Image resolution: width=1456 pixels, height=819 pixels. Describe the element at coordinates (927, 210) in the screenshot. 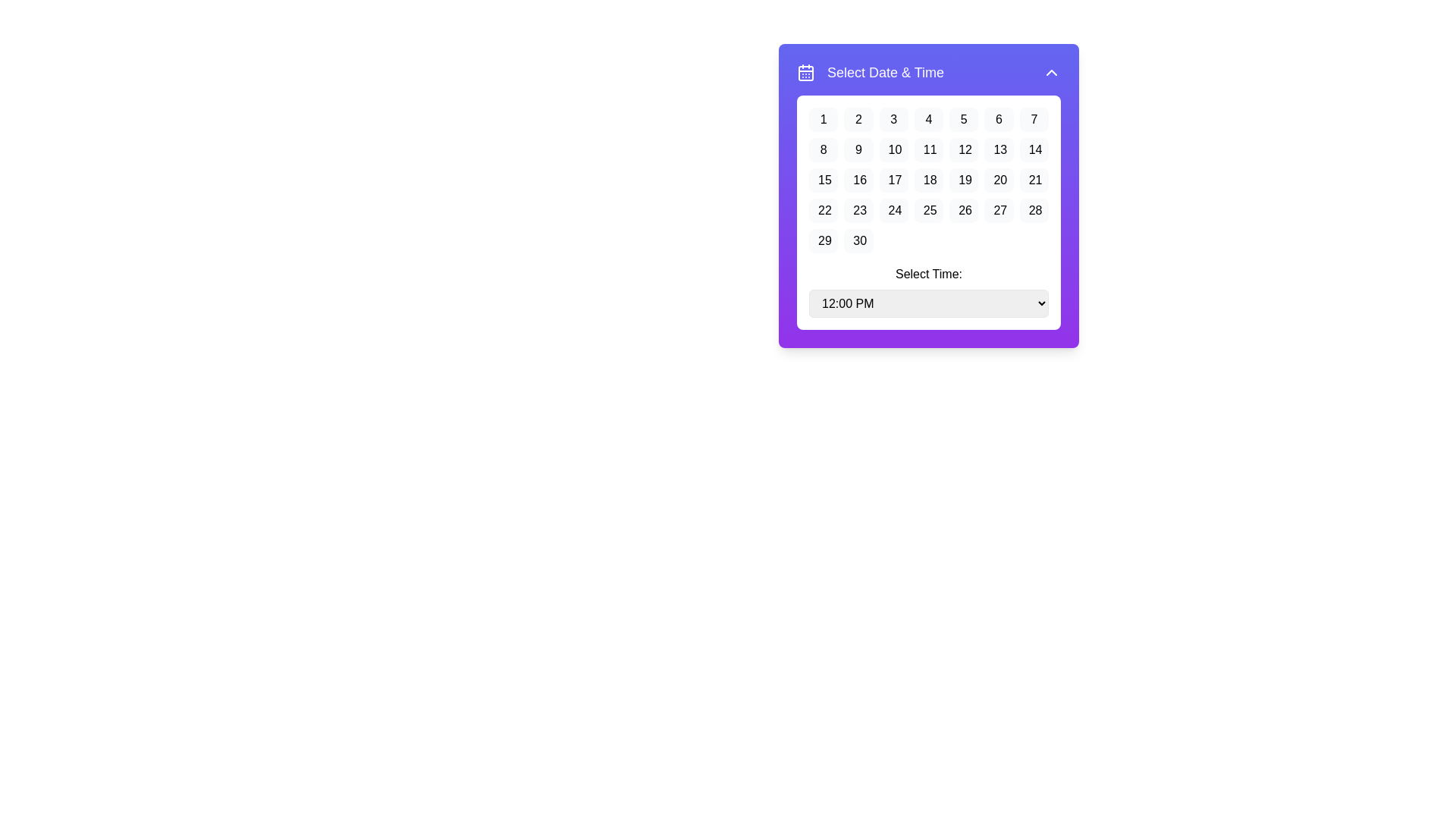

I see `the selectable date button in the calendar view located in the fourth row and fourth column` at that location.